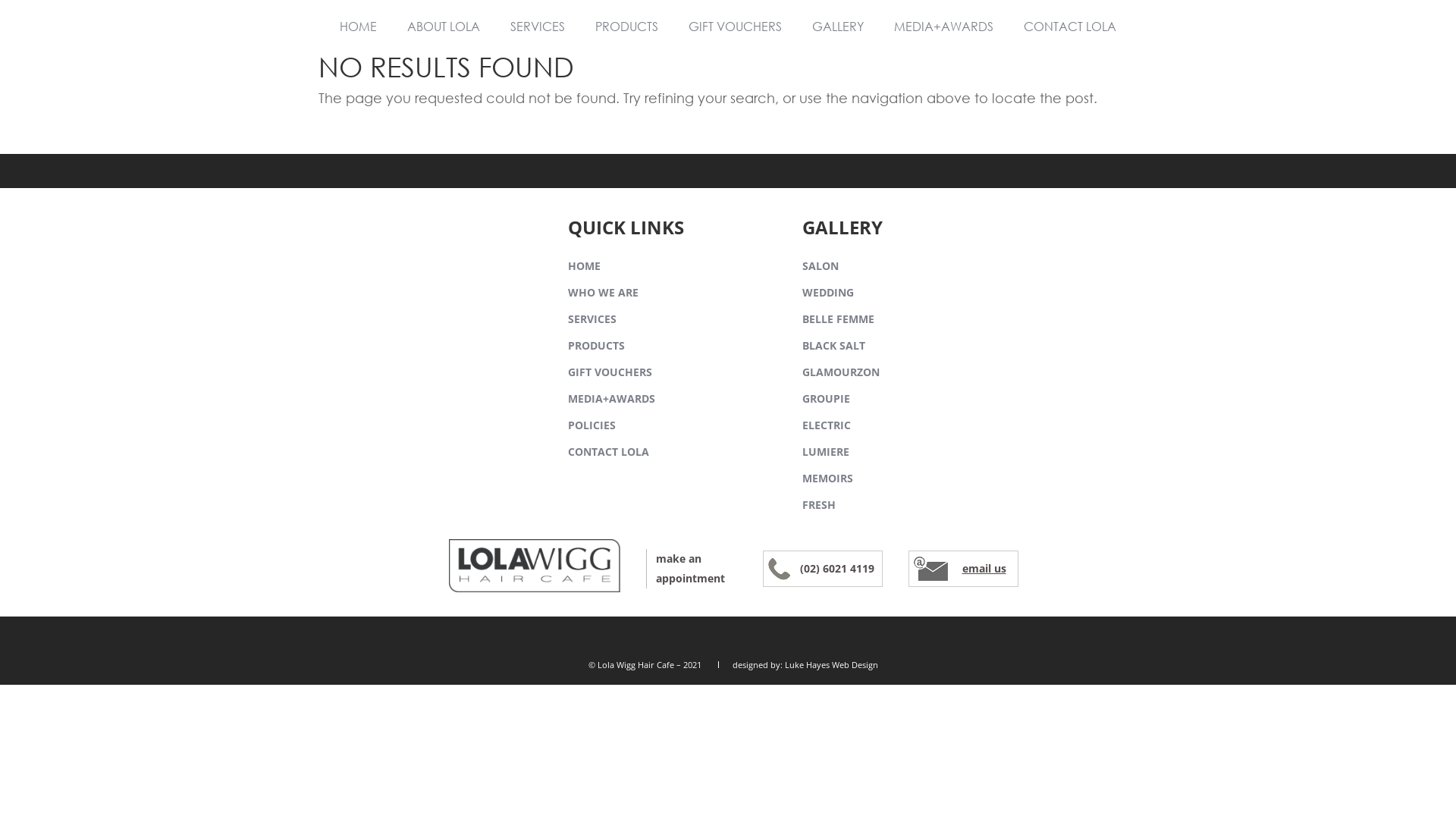  What do you see at coordinates (825, 452) in the screenshot?
I see `'LUMIERE'` at bounding box center [825, 452].